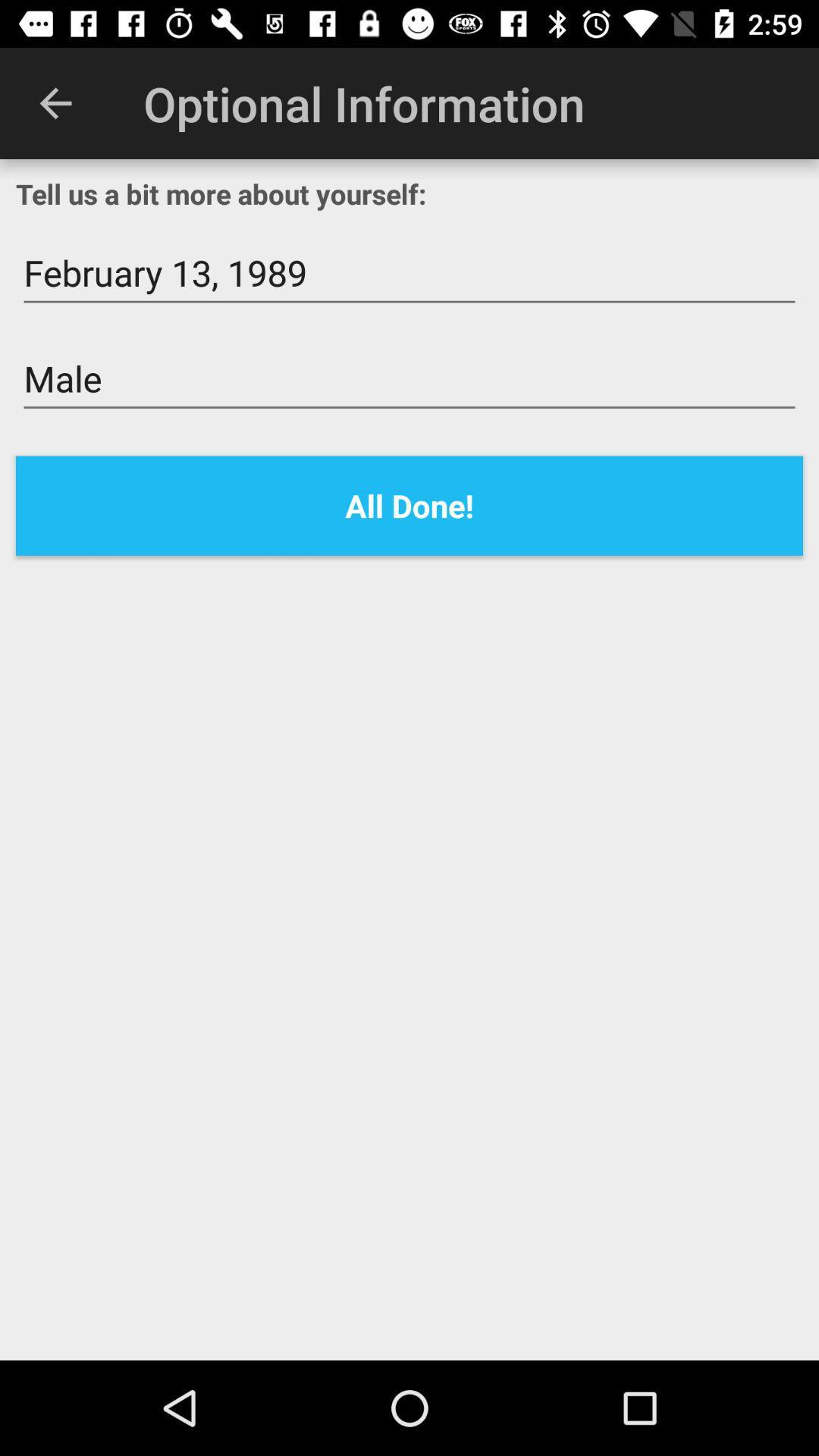 The image size is (819, 1456). Describe the element at coordinates (409, 506) in the screenshot. I see `item at the center` at that location.